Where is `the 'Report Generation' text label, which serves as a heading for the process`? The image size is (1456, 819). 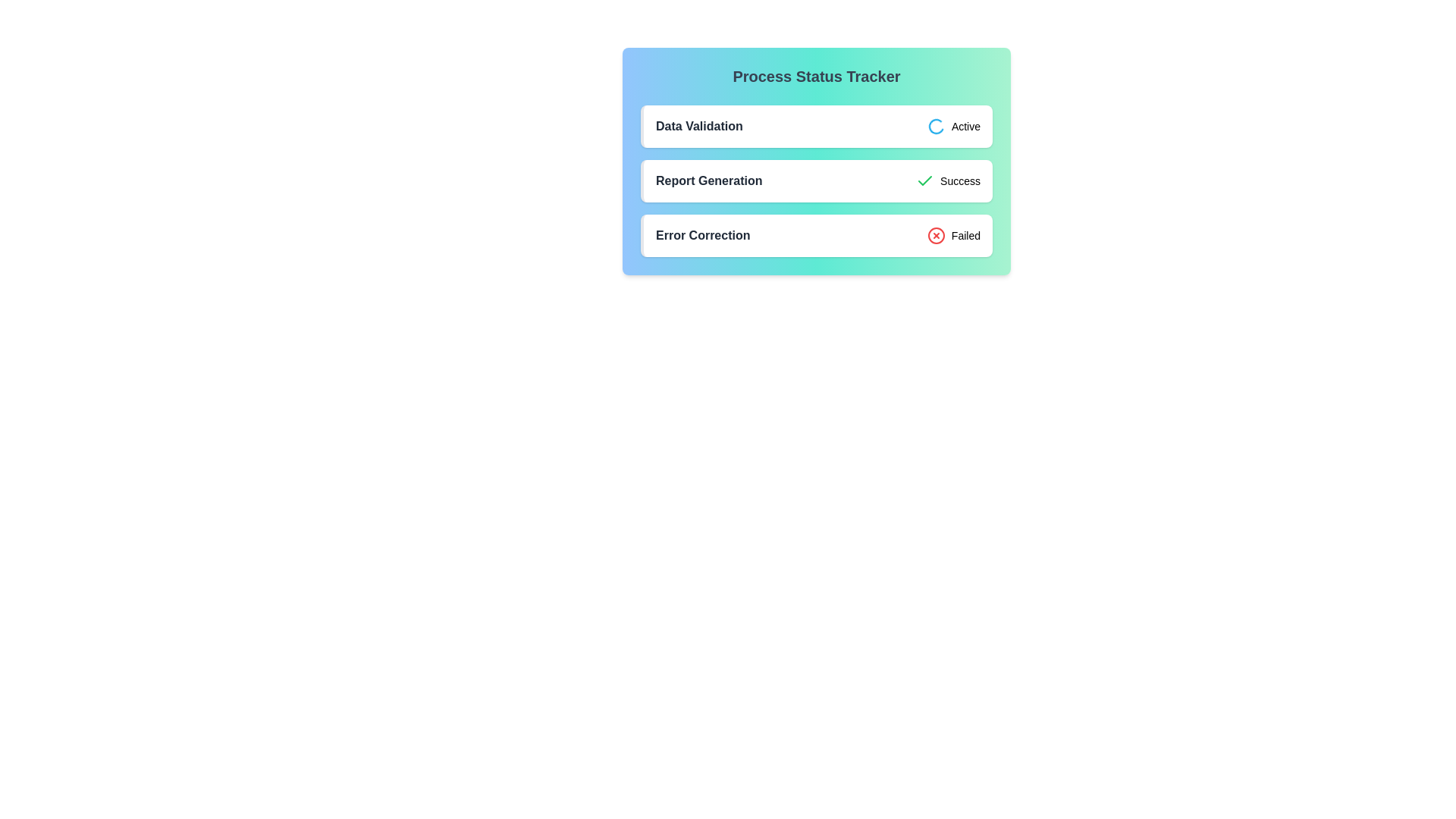 the 'Report Generation' text label, which serves as a heading for the process is located at coordinates (708, 180).